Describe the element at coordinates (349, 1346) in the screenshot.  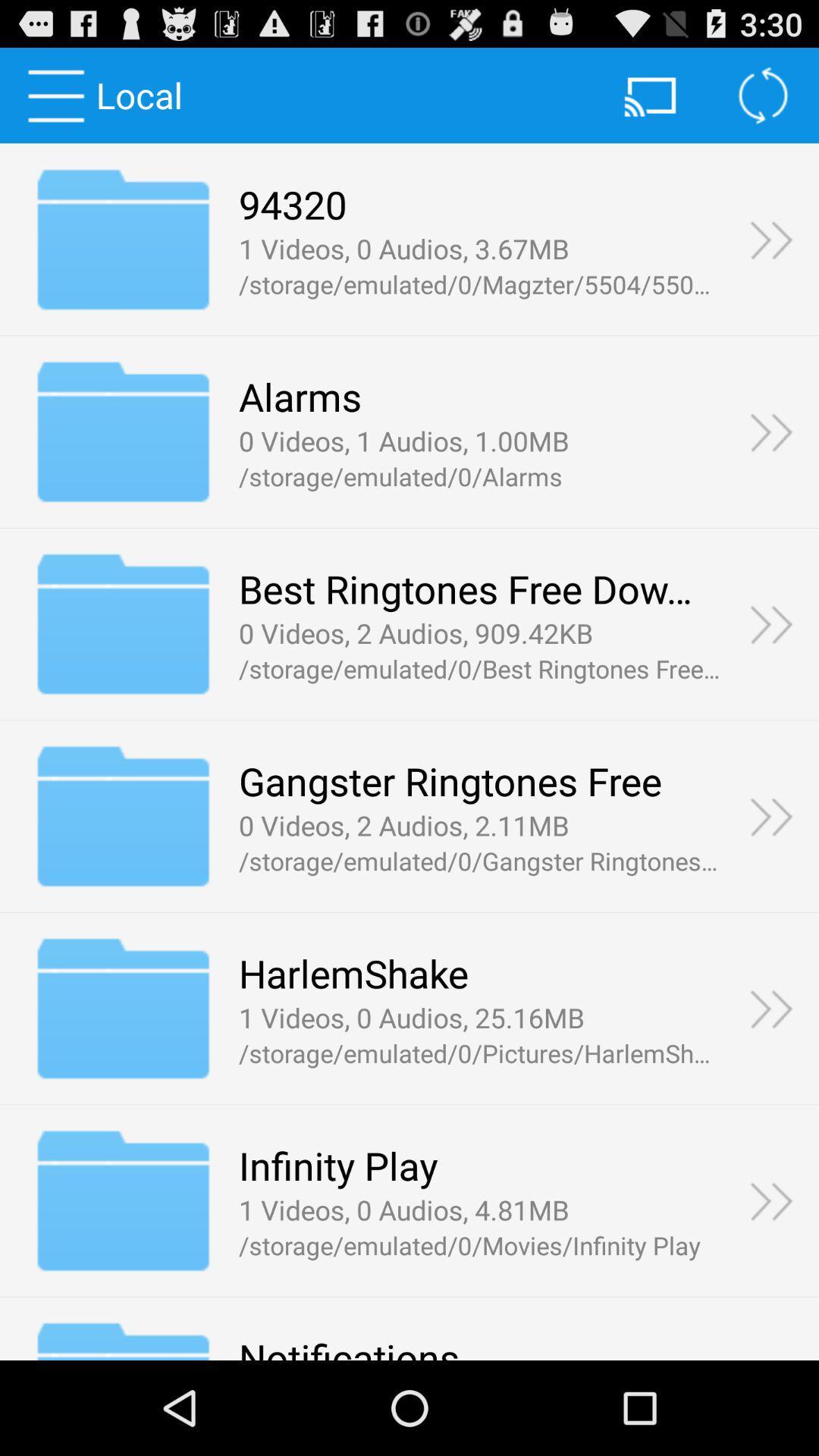
I see `notifications app` at that location.